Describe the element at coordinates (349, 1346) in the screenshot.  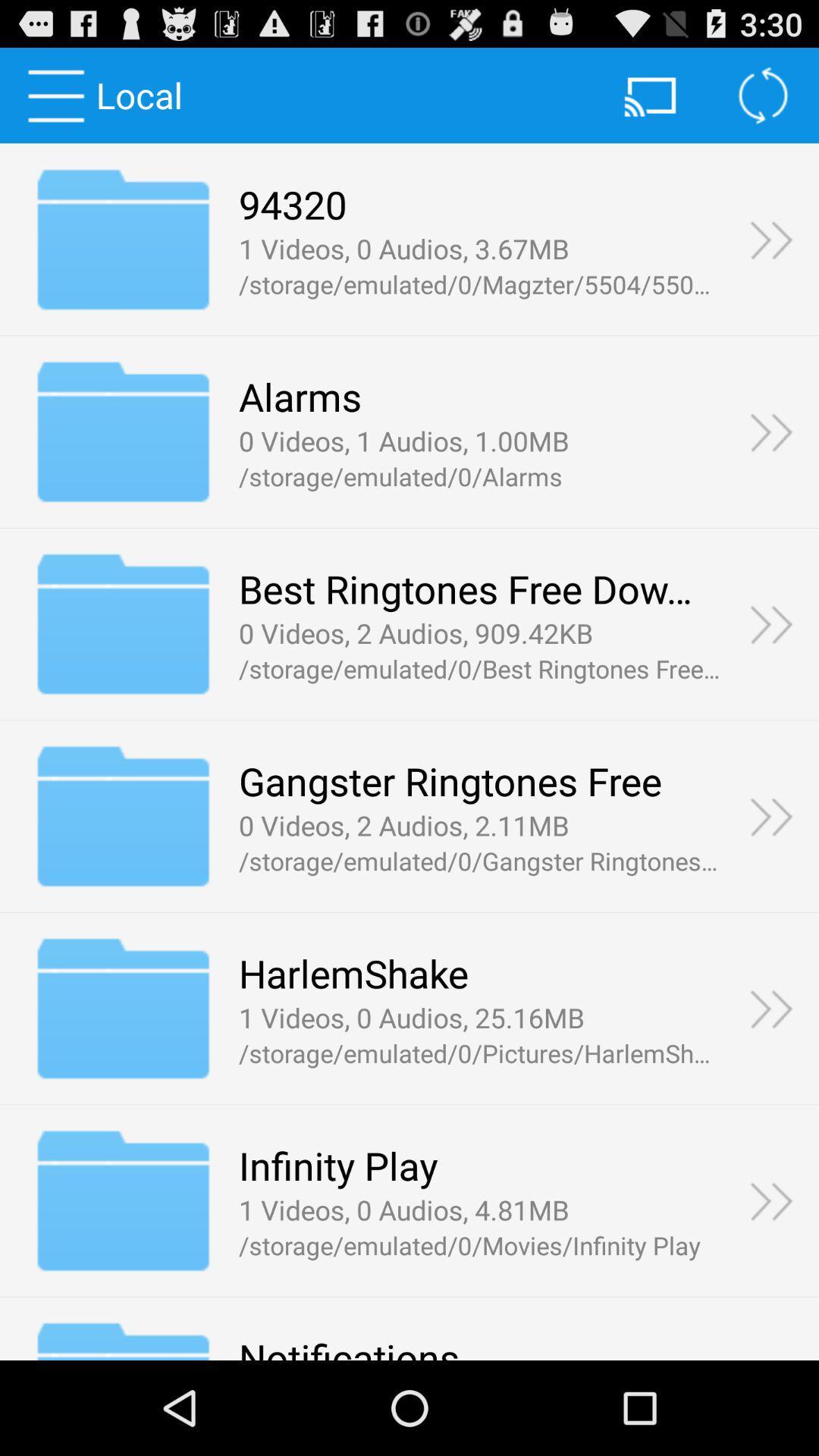
I see `notifications app` at that location.